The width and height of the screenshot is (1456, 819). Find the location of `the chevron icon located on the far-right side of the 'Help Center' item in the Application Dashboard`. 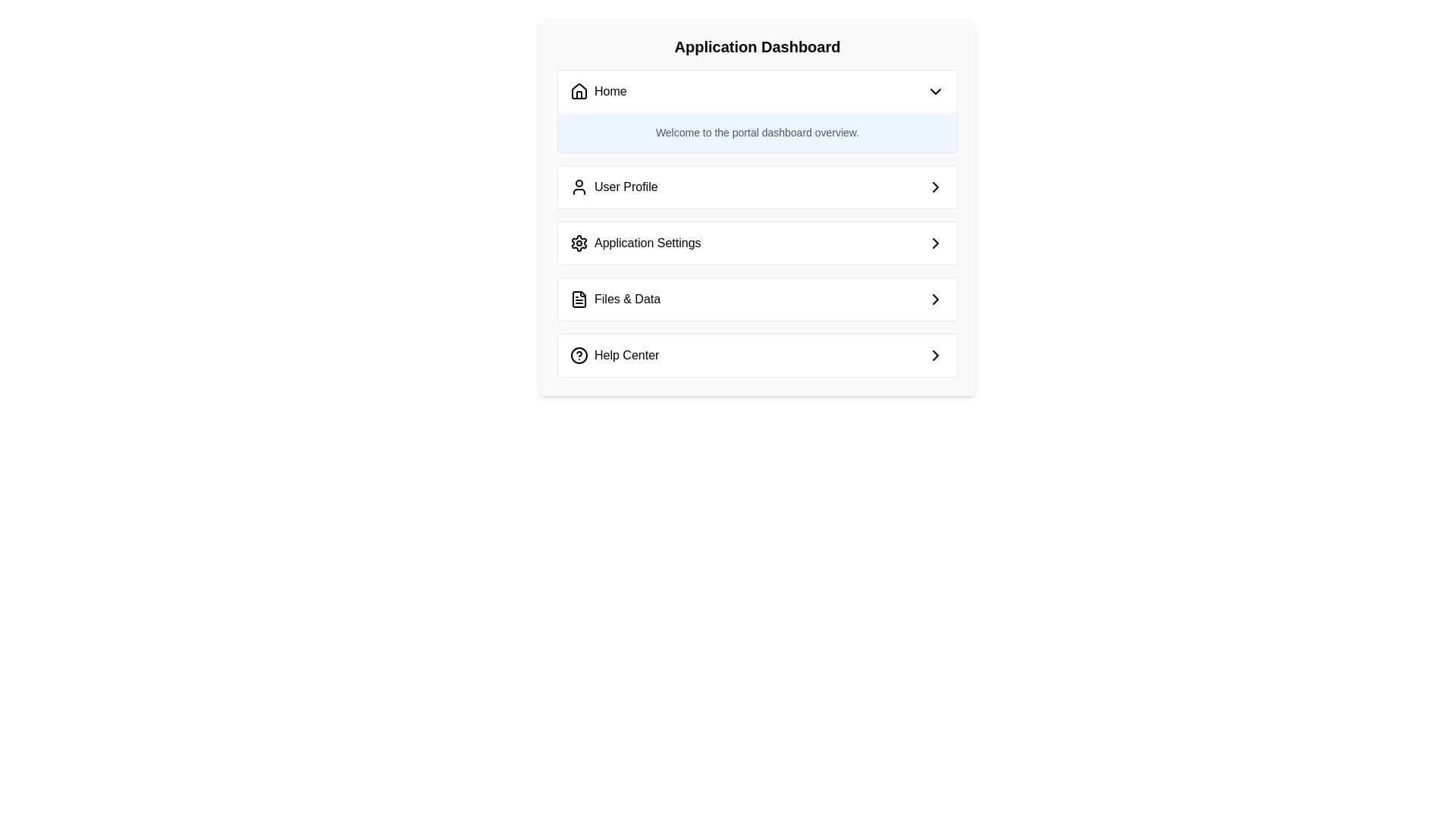

the chevron icon located on the far-right side of the 'Help Center' item in the Application Dashboard is located at coordinates (934, 356).